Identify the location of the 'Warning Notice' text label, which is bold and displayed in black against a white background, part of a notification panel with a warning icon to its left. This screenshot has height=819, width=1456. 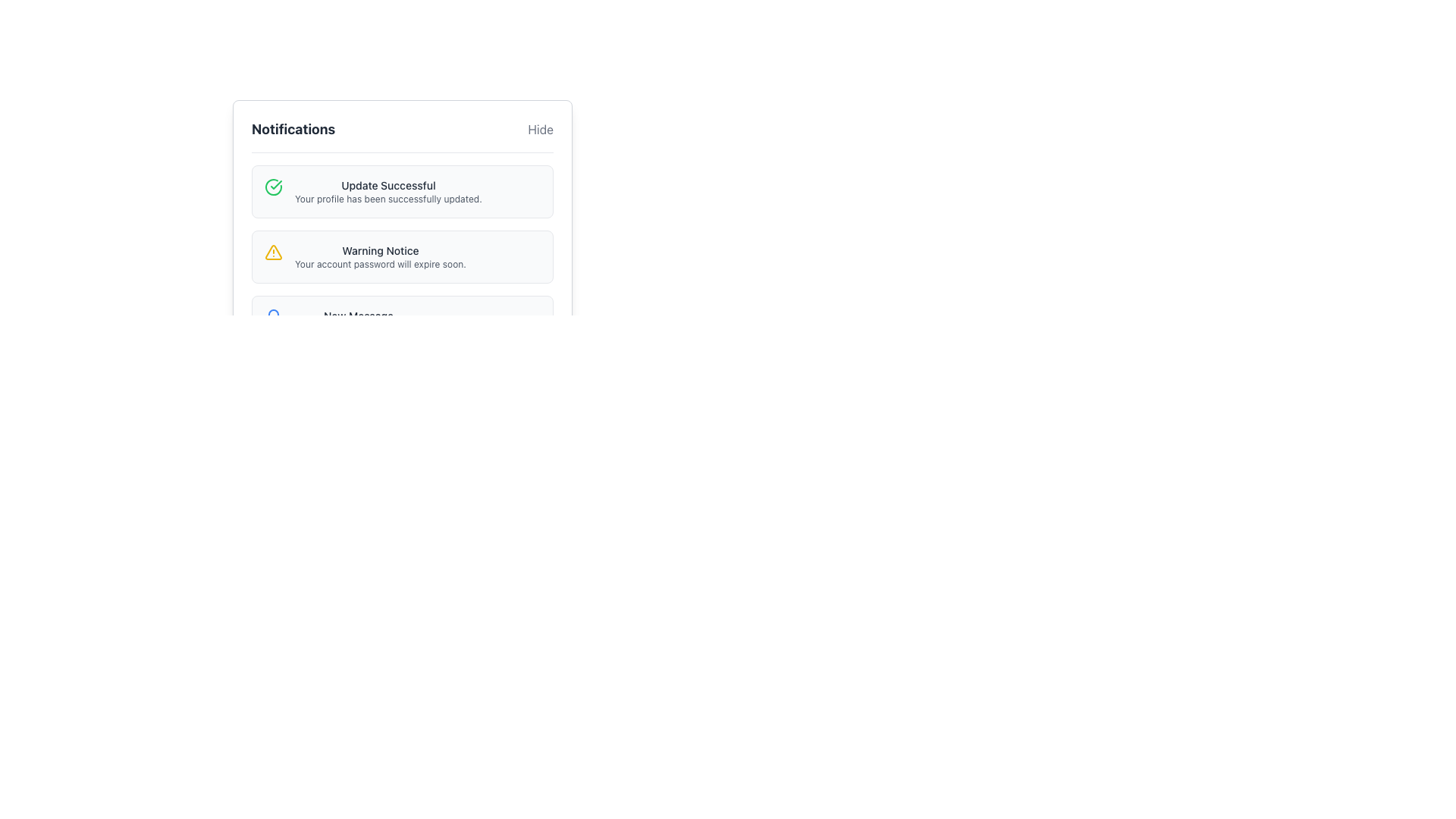
(380, 250).